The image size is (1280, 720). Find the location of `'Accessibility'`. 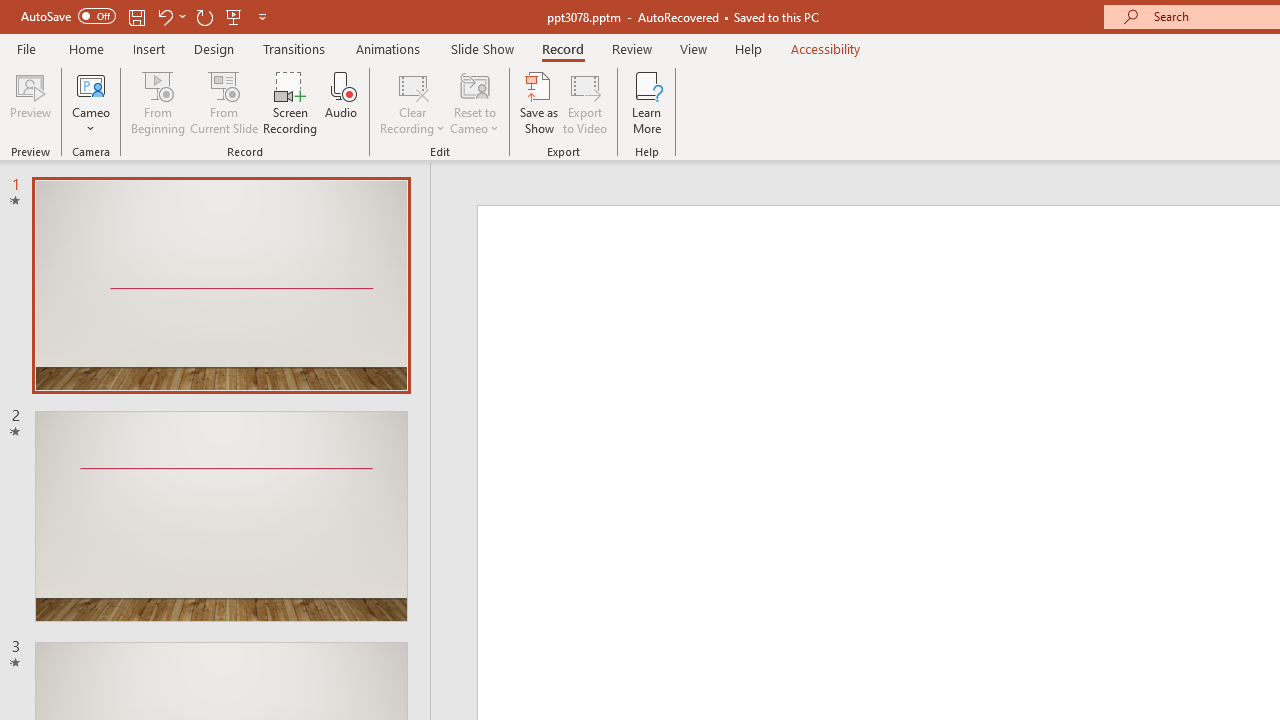

'Accessibility' is located at coordinates (826, 48).